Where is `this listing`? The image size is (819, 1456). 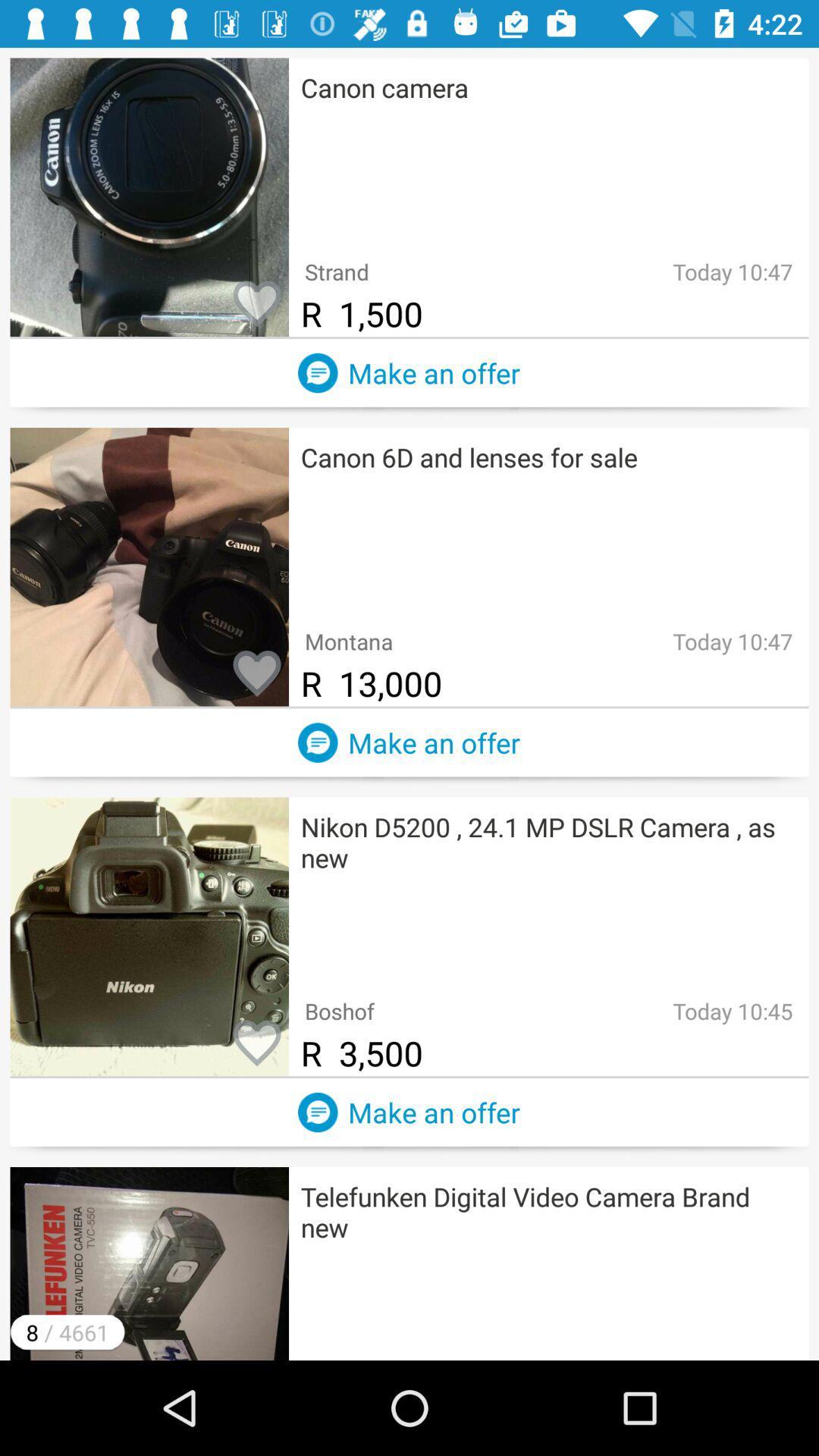
this listing is located at coordinates (256, 673).